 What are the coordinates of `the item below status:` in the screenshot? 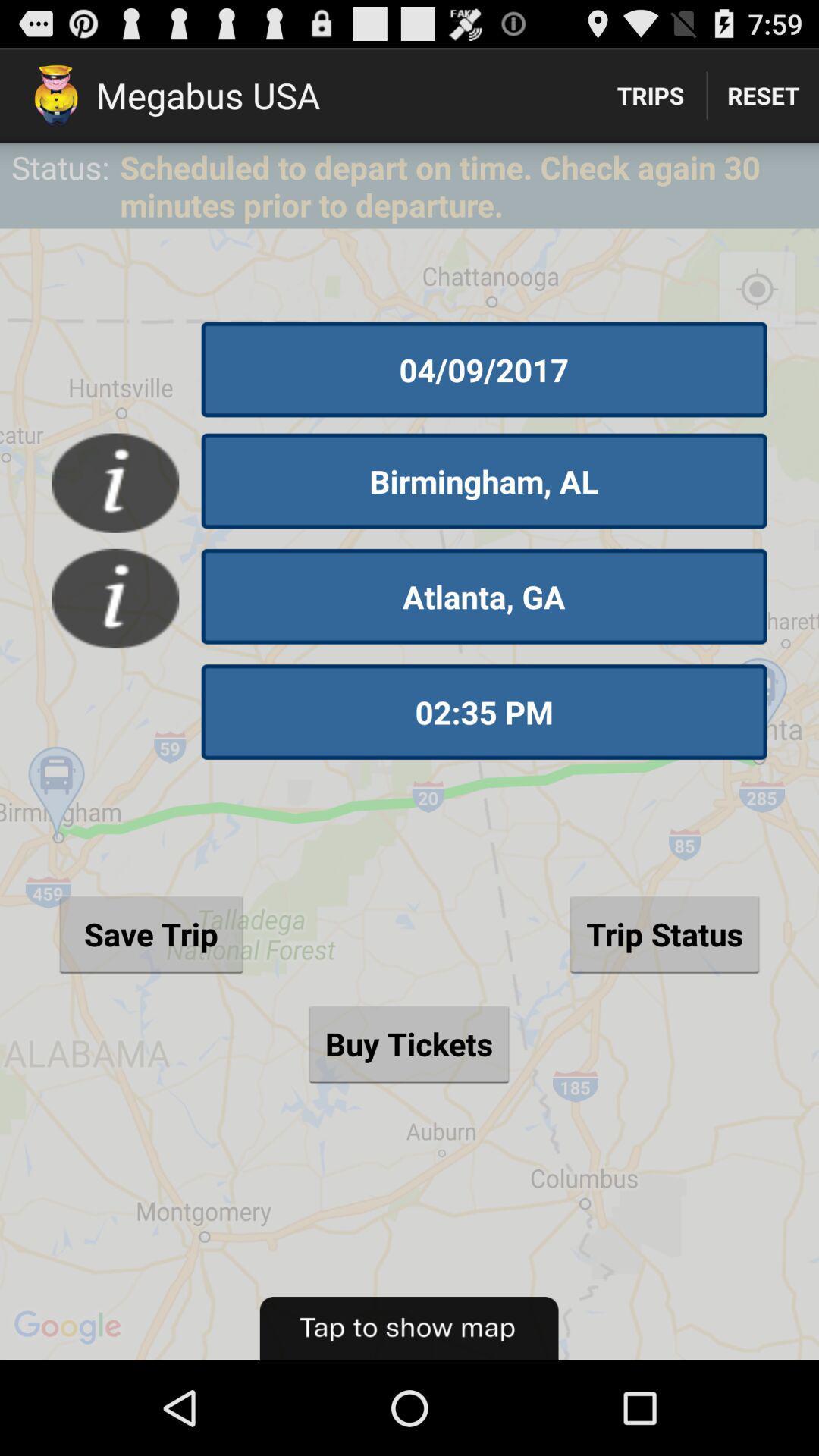 It's located at (409, 793).